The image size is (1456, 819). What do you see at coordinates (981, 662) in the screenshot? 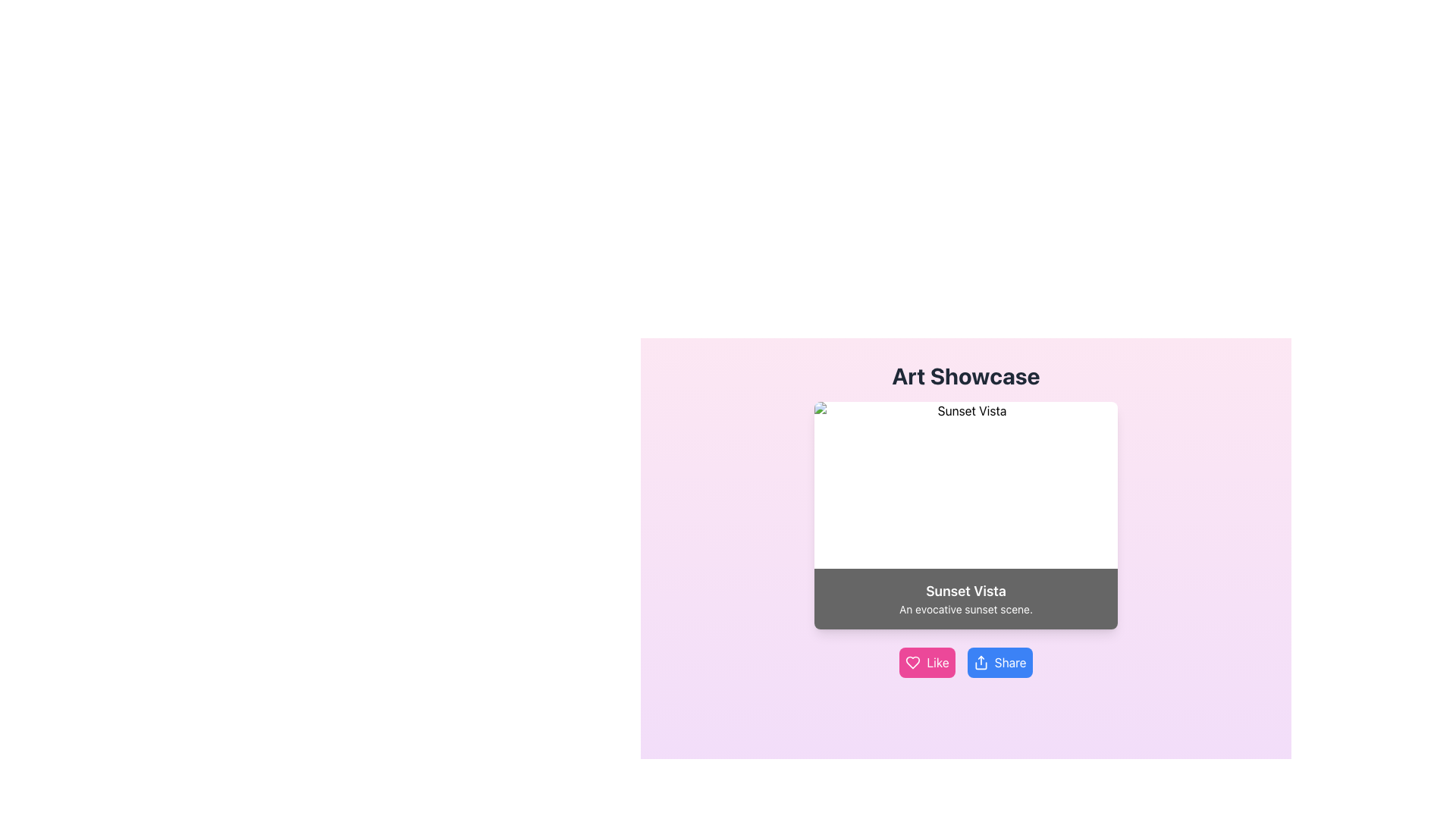
I see `the SVG icon representing the 'Share' button located in the bottom-right of the interface, next to the 'Like' button` at bounding box center [981, 662].